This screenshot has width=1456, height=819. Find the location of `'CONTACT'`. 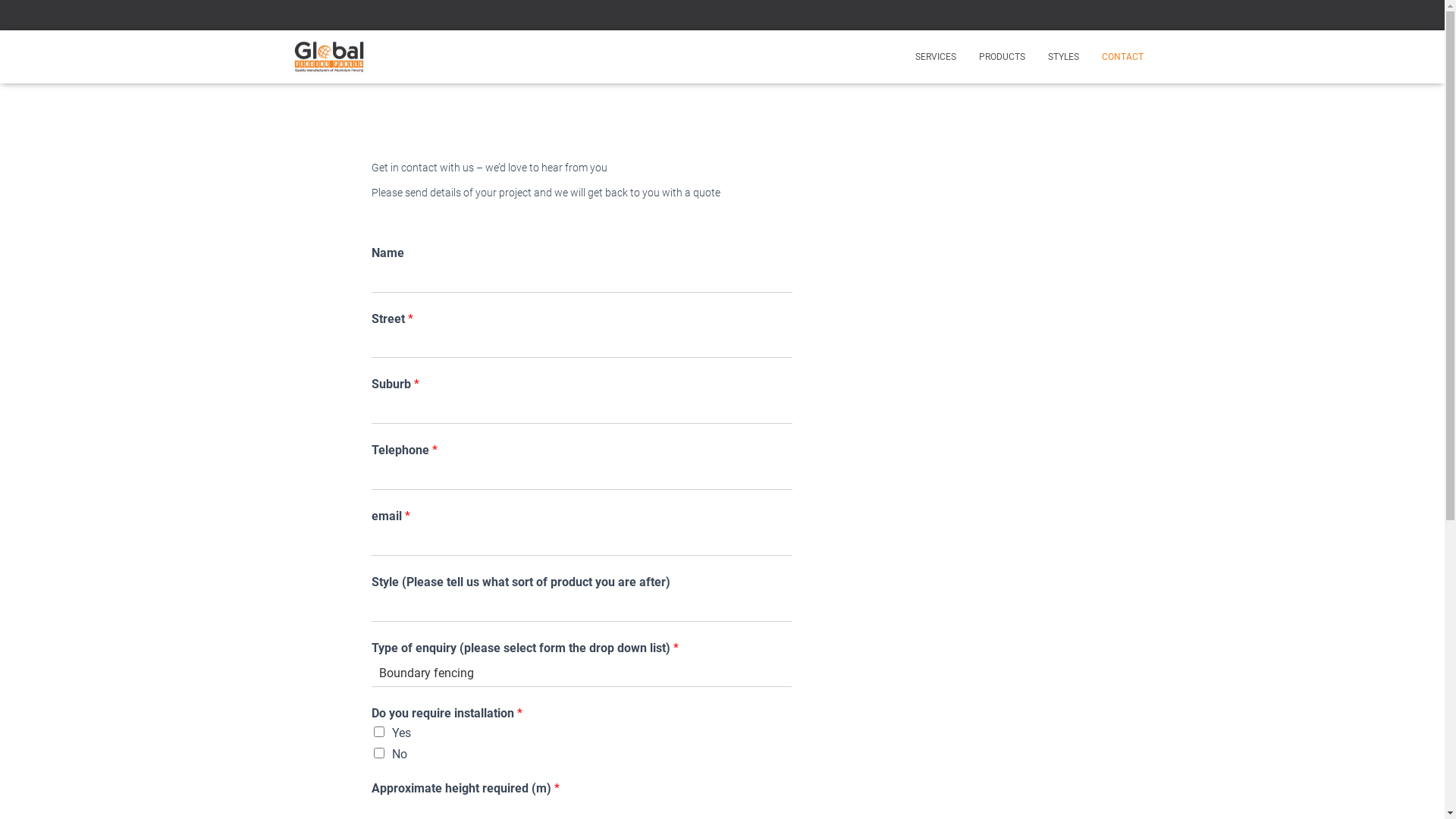

'CONTACT' is located at coordinates (1122, 55).